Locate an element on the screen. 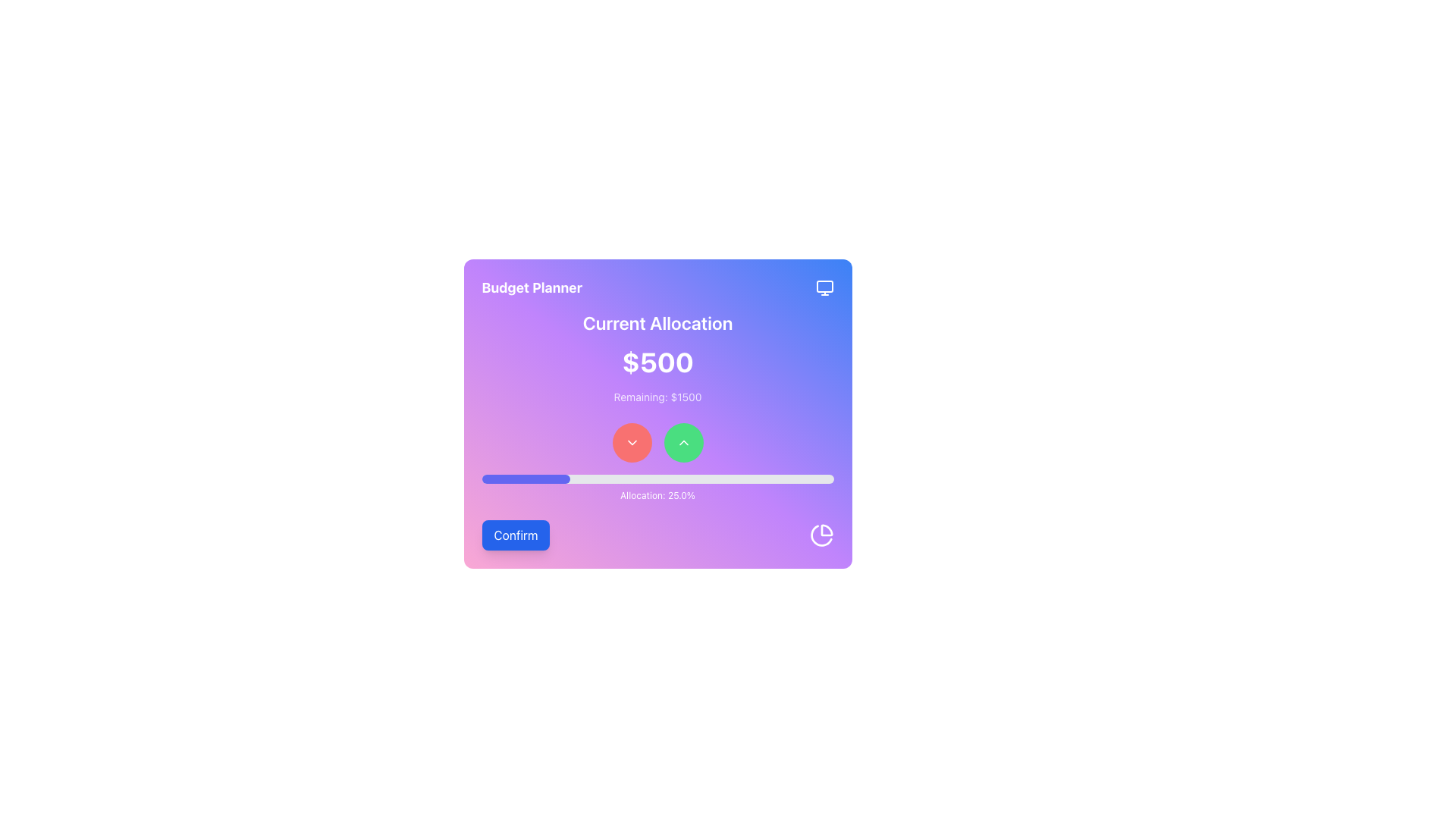  the text label that reads 'Allocation: 25.0%', positioned below the horizontal progress bar in the 'Current Allocation' section is located at coordinates (657, 496).